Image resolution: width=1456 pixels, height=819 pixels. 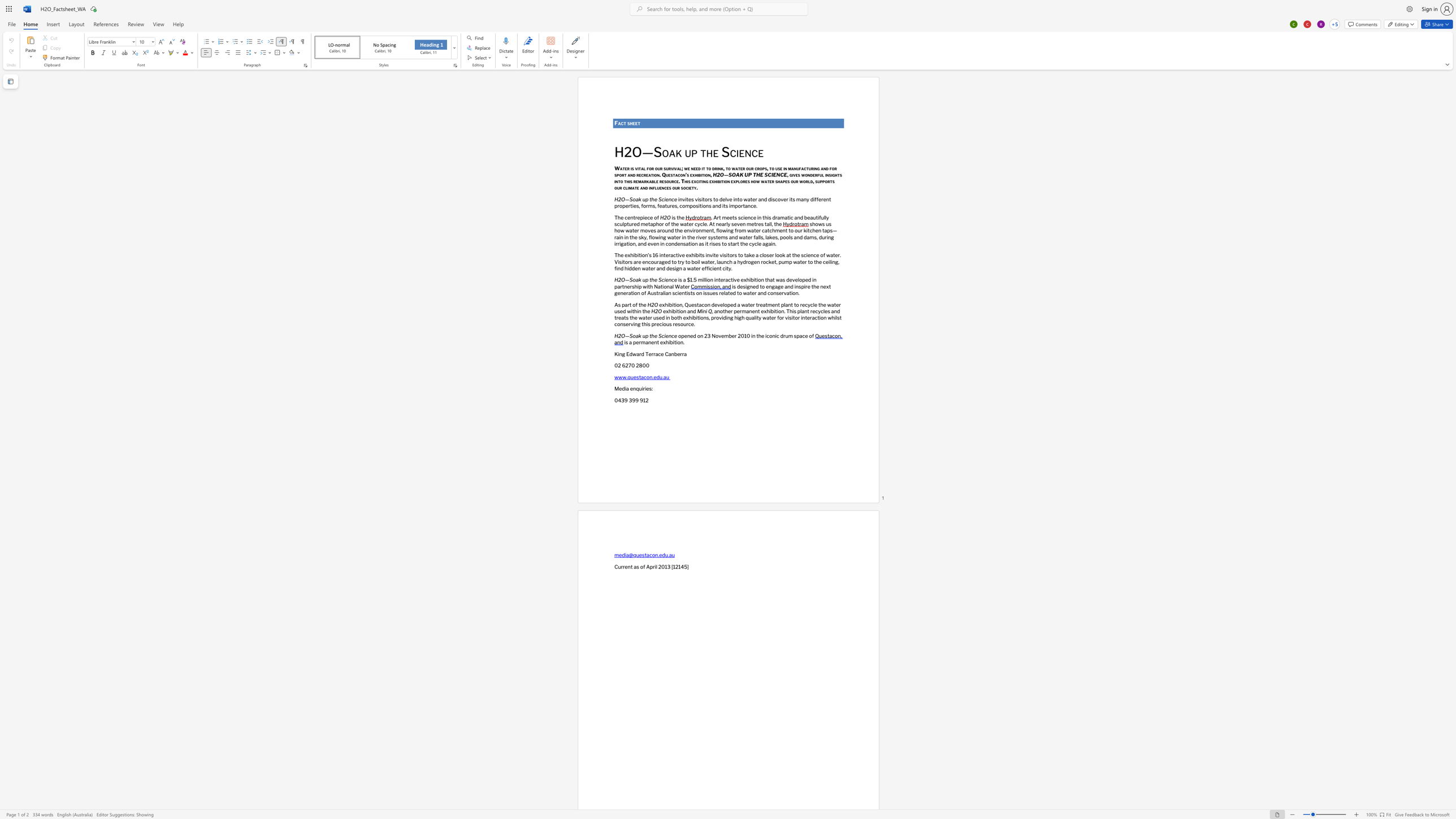 I want to click on the 2th character "t" in the text, so click(x=743, y=206).